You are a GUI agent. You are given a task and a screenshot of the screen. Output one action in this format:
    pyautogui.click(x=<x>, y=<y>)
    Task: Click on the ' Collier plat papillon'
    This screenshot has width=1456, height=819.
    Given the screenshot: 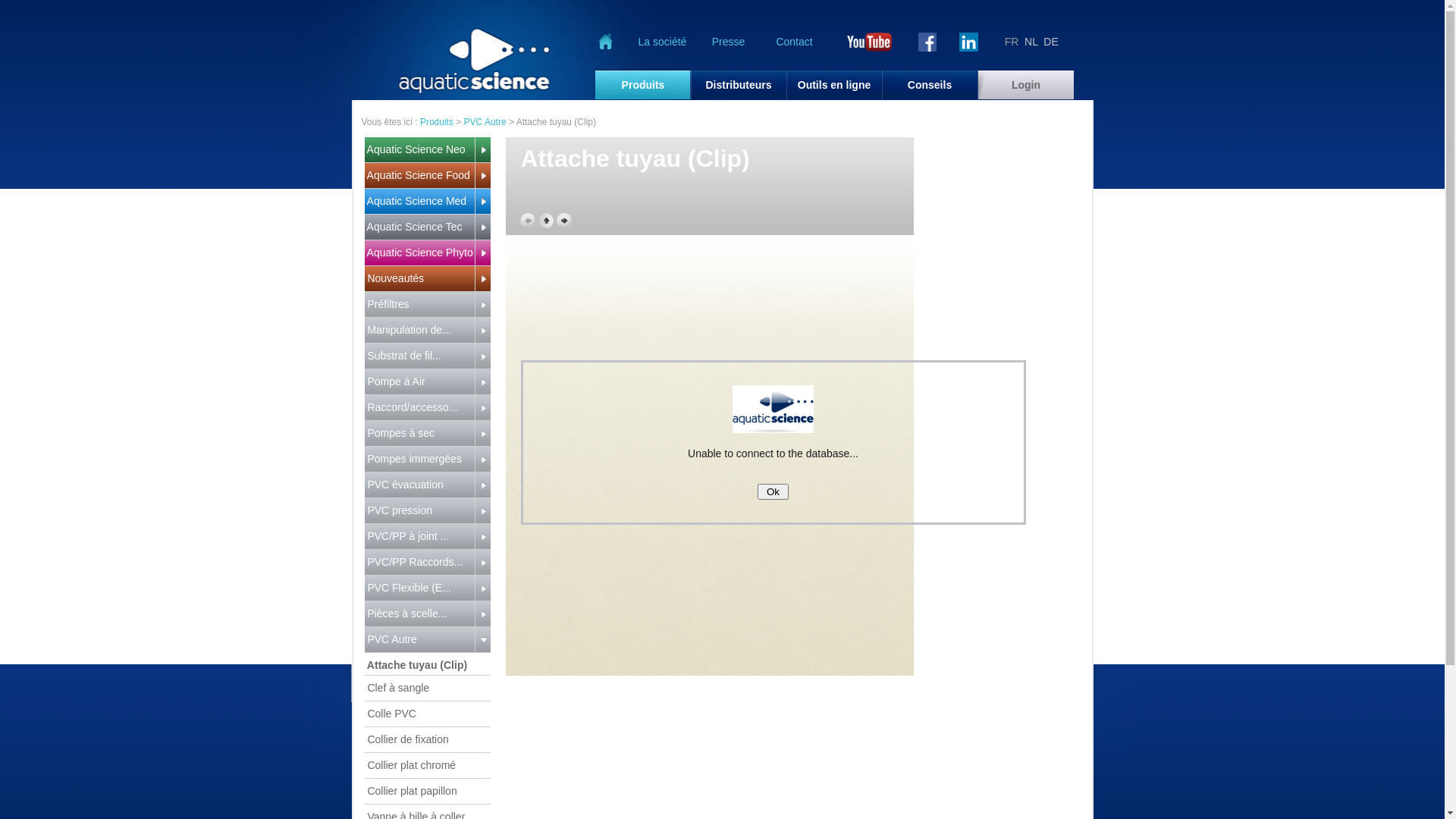 What is the action you would take?
    pyautogui.click(x=425, y=791)
    